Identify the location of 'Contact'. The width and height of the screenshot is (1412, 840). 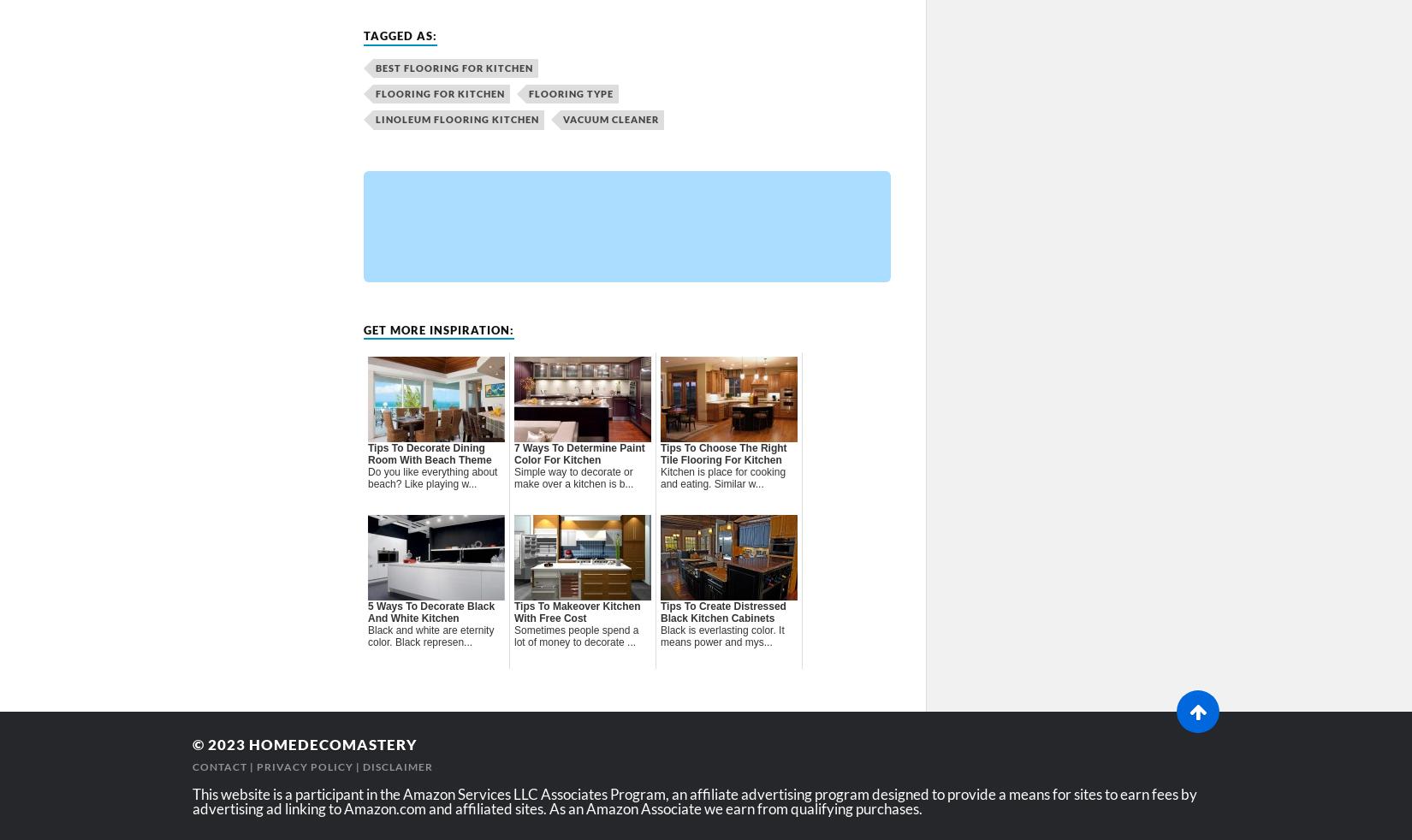
(220, 766).